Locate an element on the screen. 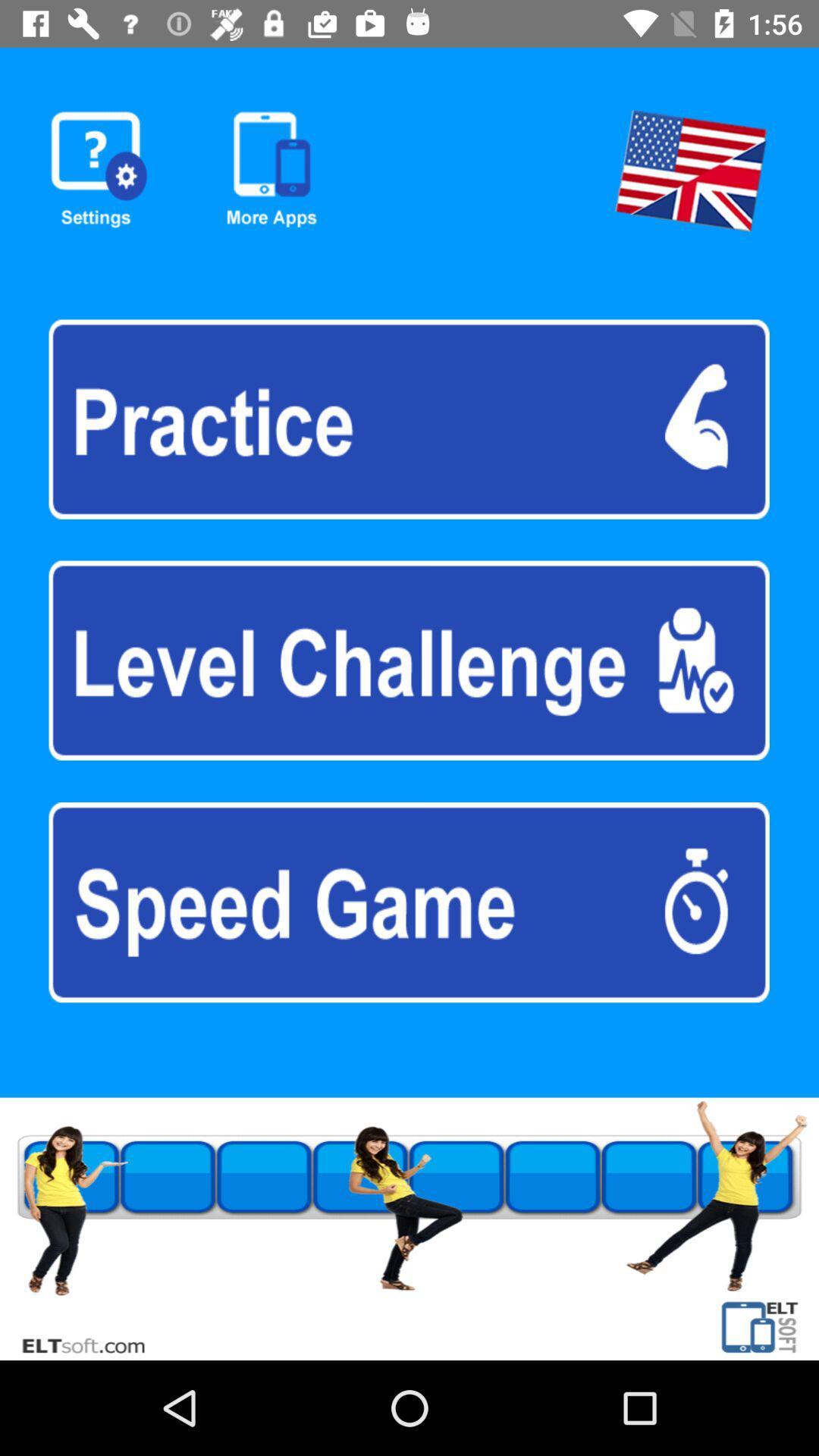 The width and height of the screenshot is (819, 1456). settings is located at coordinates (99, 171).